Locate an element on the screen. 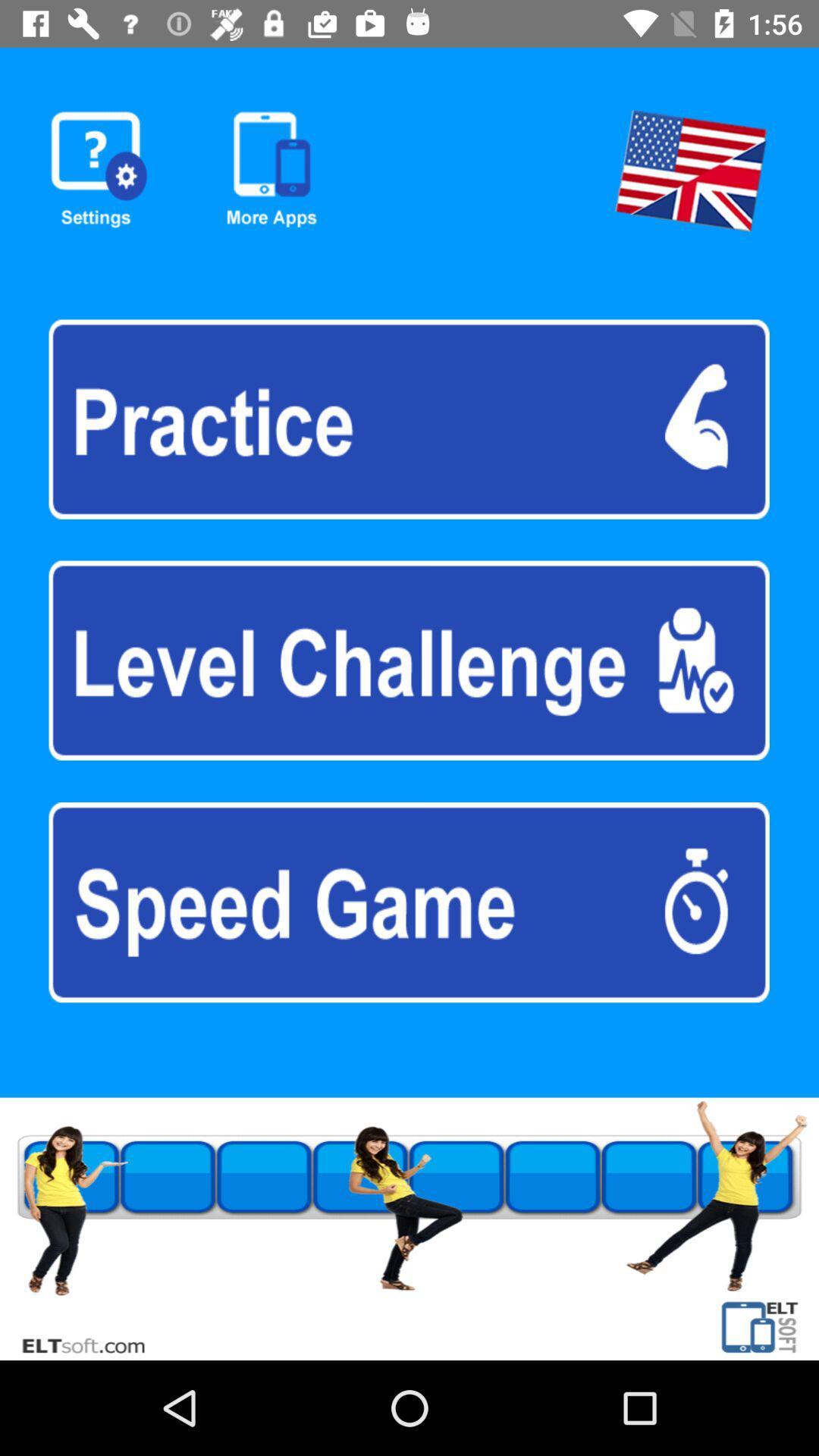 The width and height of the screenshot is (819, 1456). settings is located at coordinates (99, 171).